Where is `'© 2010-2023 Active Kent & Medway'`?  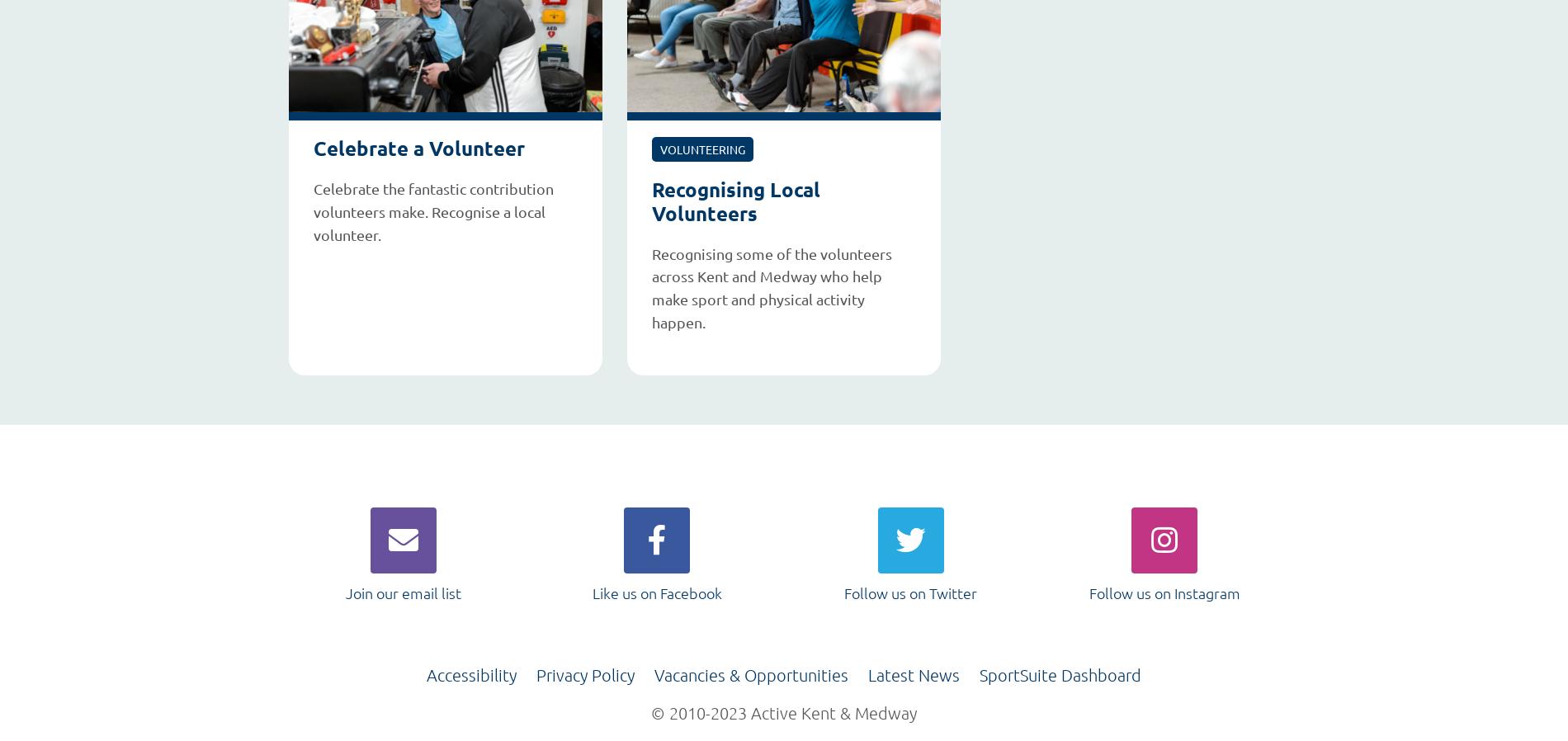 '© 2010-2023 Active Kent & Medway' is located at coordinates (784, 711).